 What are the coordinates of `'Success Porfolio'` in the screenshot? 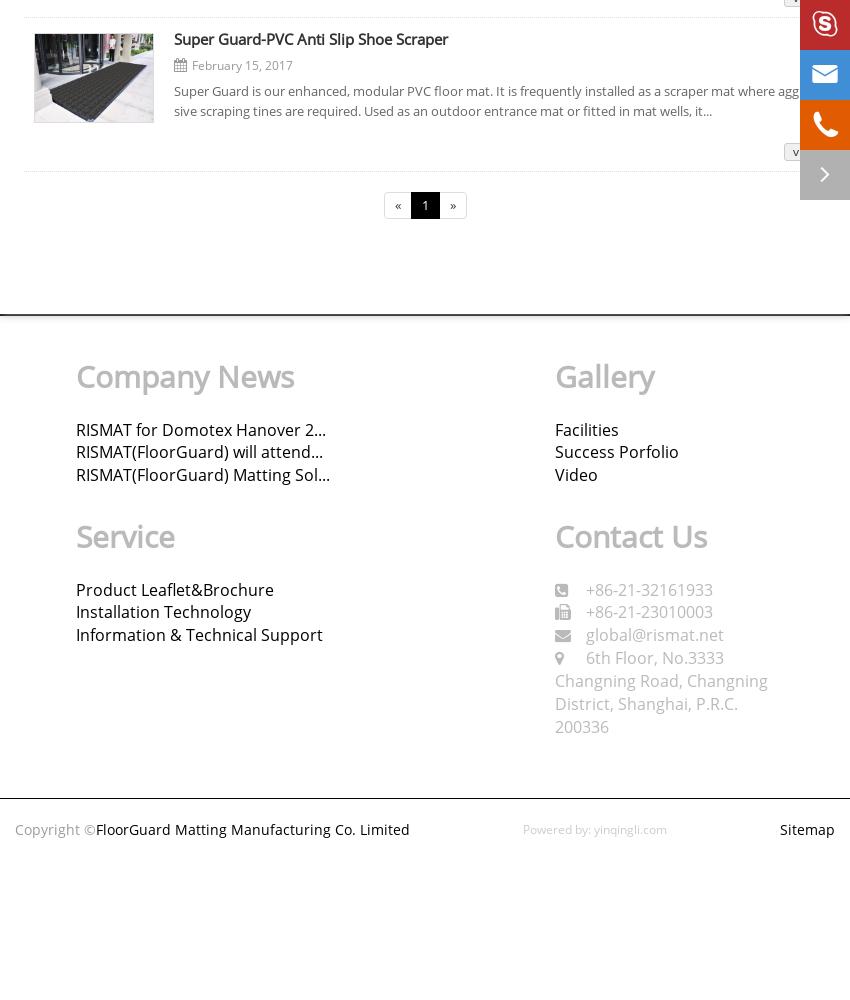 It's located at (614, 451).